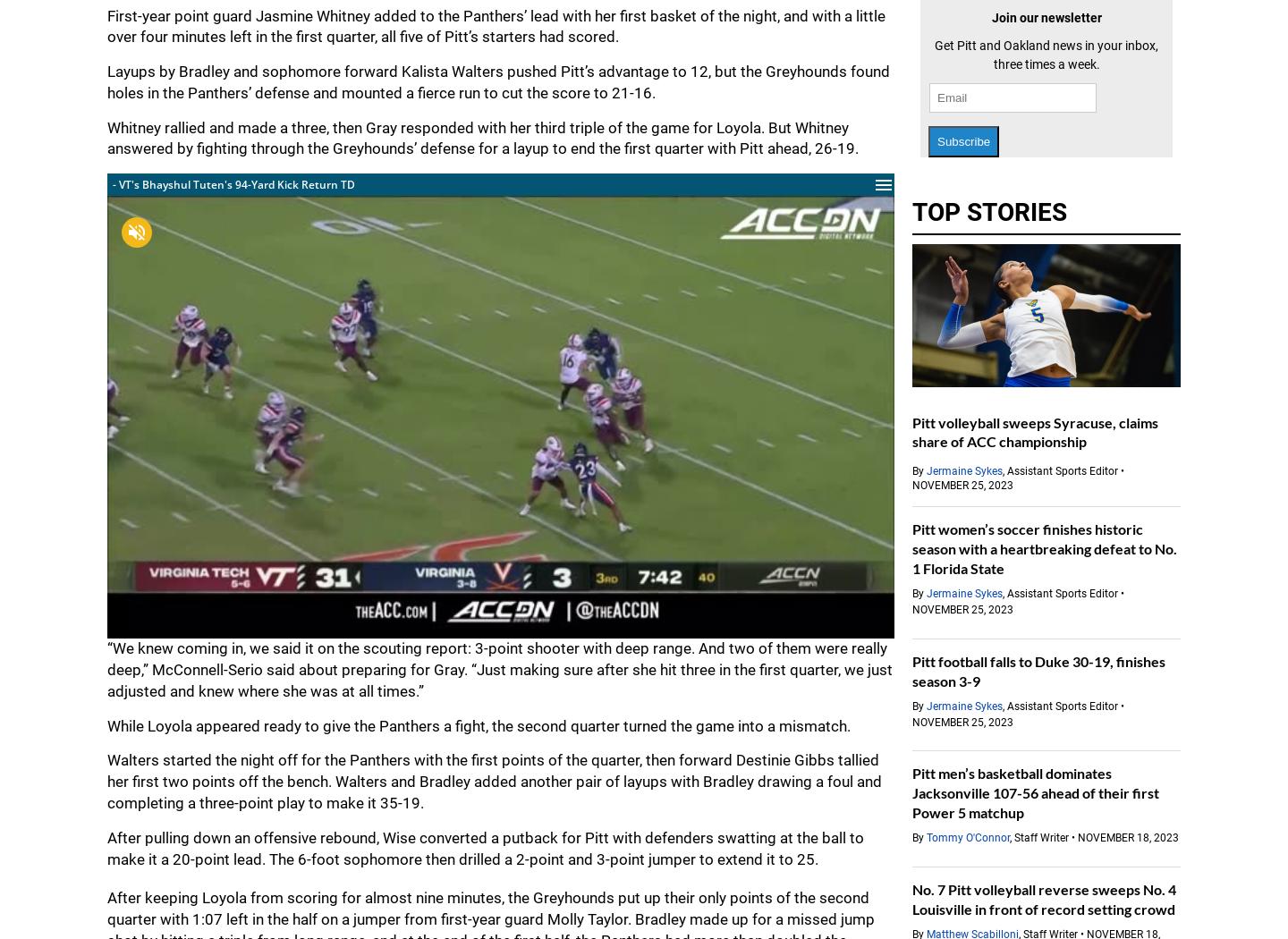 This screenshot has height=939, width=1288. Describe the element at coordinates (1038, 669) in the screenshot. I see `'Pitt football falls to Duke 30-19, finishes season 3-9'` at that location.